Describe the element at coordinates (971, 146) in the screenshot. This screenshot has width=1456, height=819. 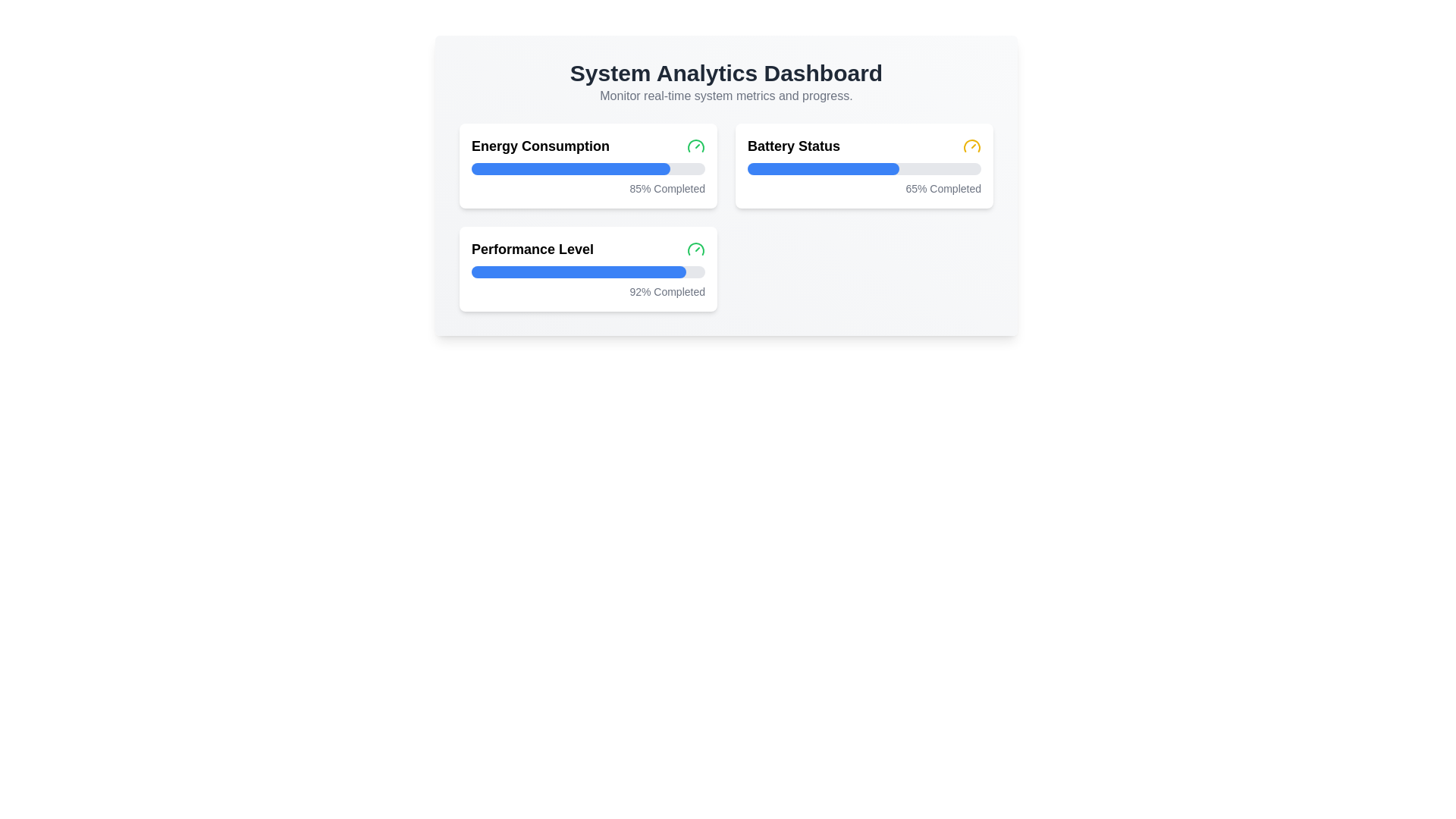
I see `the small graphical icon resembling a gauge or dial indicator with a yellow outline located in the top-right corner of the 'Battery Status' card, adjacent to the progress bar` at that location.